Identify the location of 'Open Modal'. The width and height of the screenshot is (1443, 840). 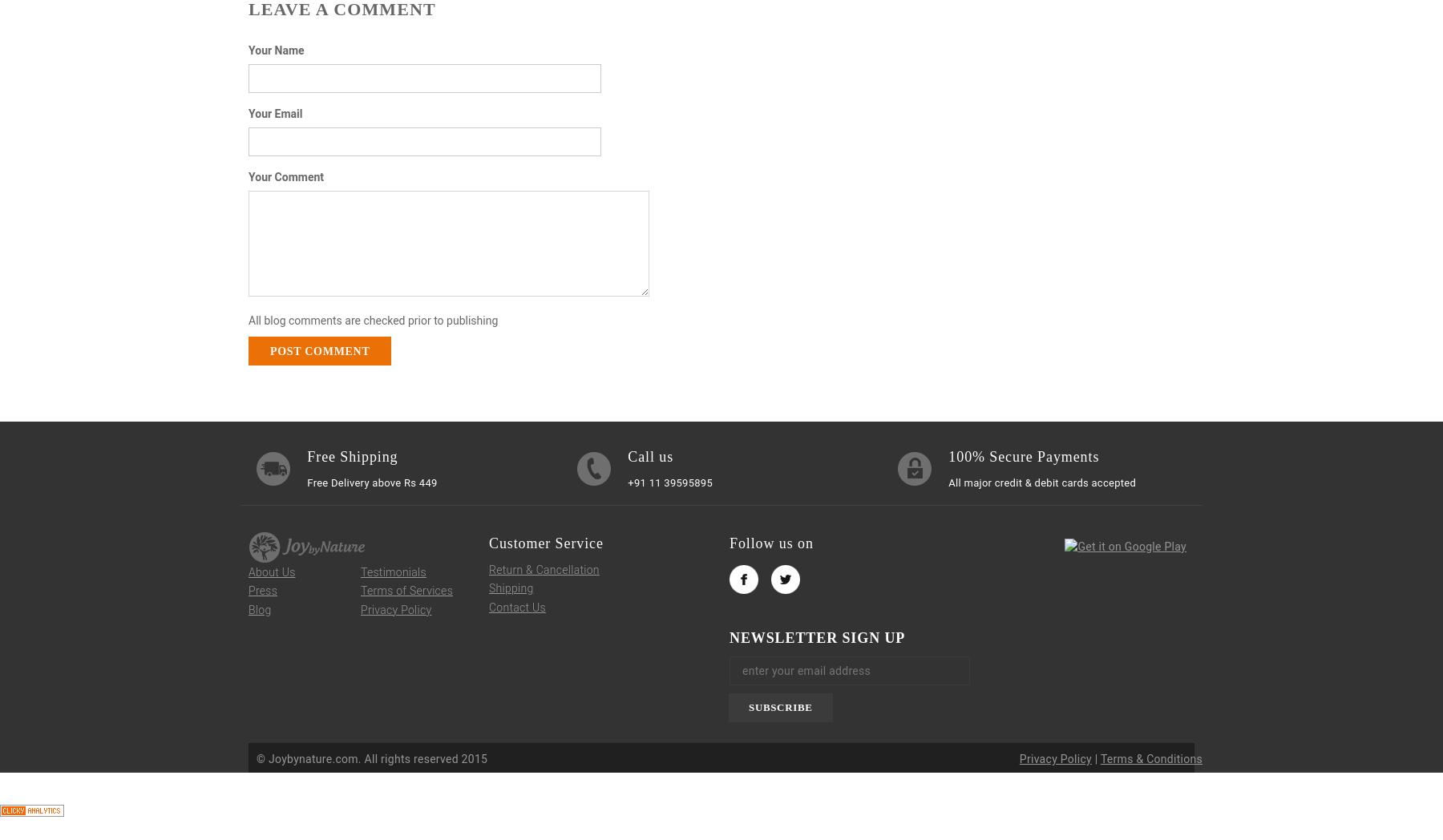
(311, 786).